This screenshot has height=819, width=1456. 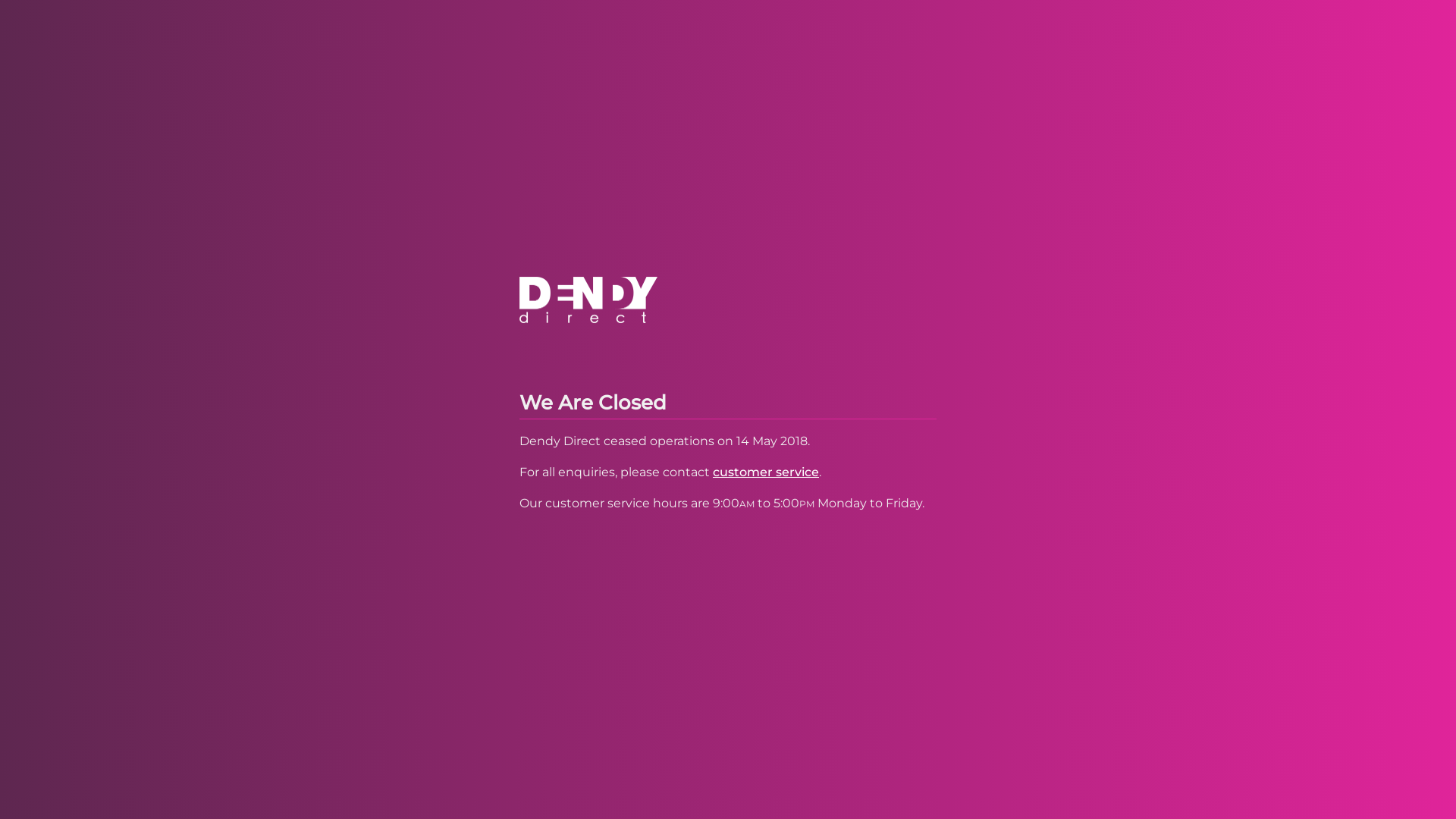 What do you see at coordinates (712, 471) in the screenshot?
I see `'customer service'` at bounding box center [712, 471].